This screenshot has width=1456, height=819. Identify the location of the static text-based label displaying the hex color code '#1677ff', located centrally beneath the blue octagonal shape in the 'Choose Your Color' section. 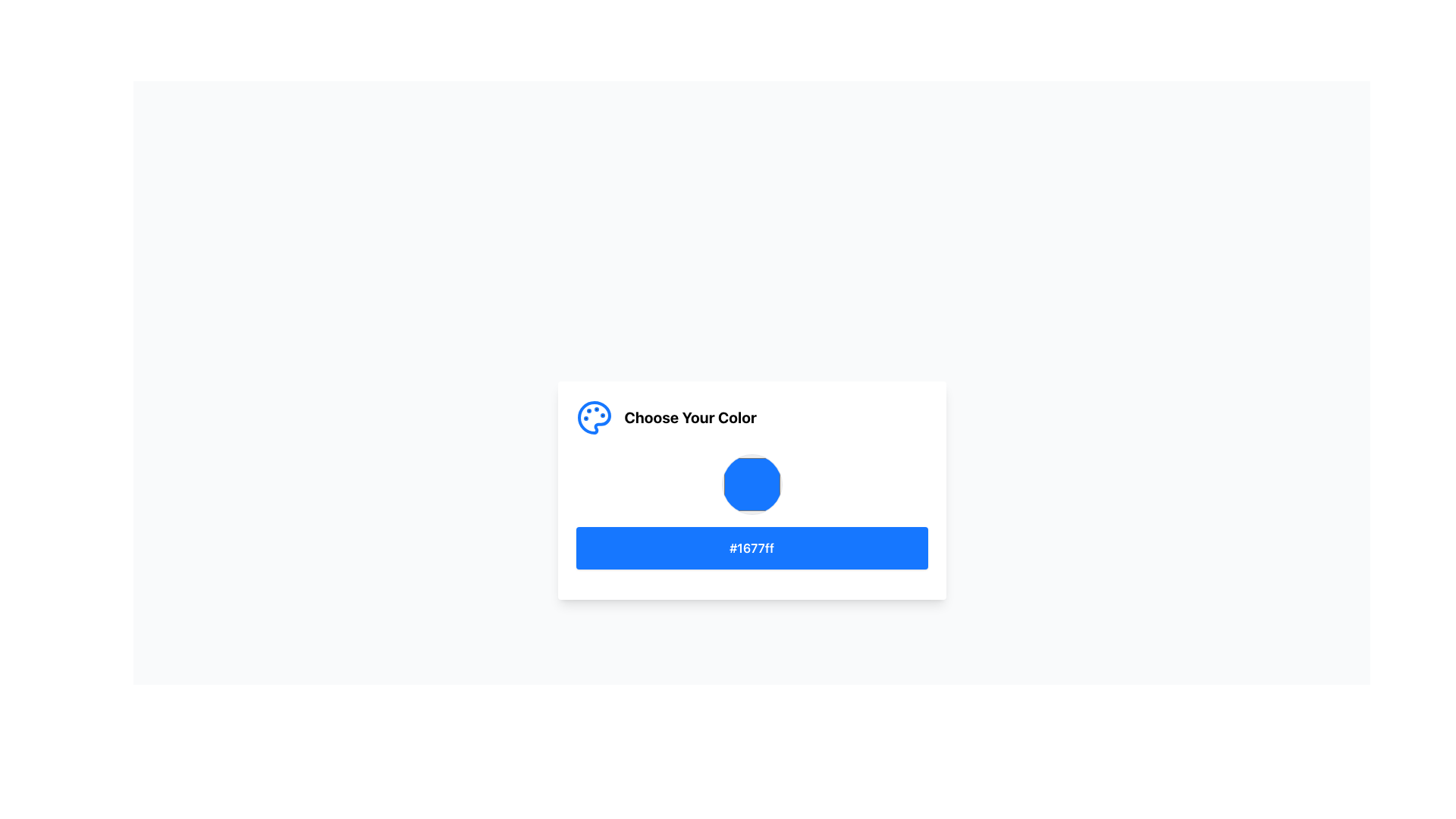
(752, 548).